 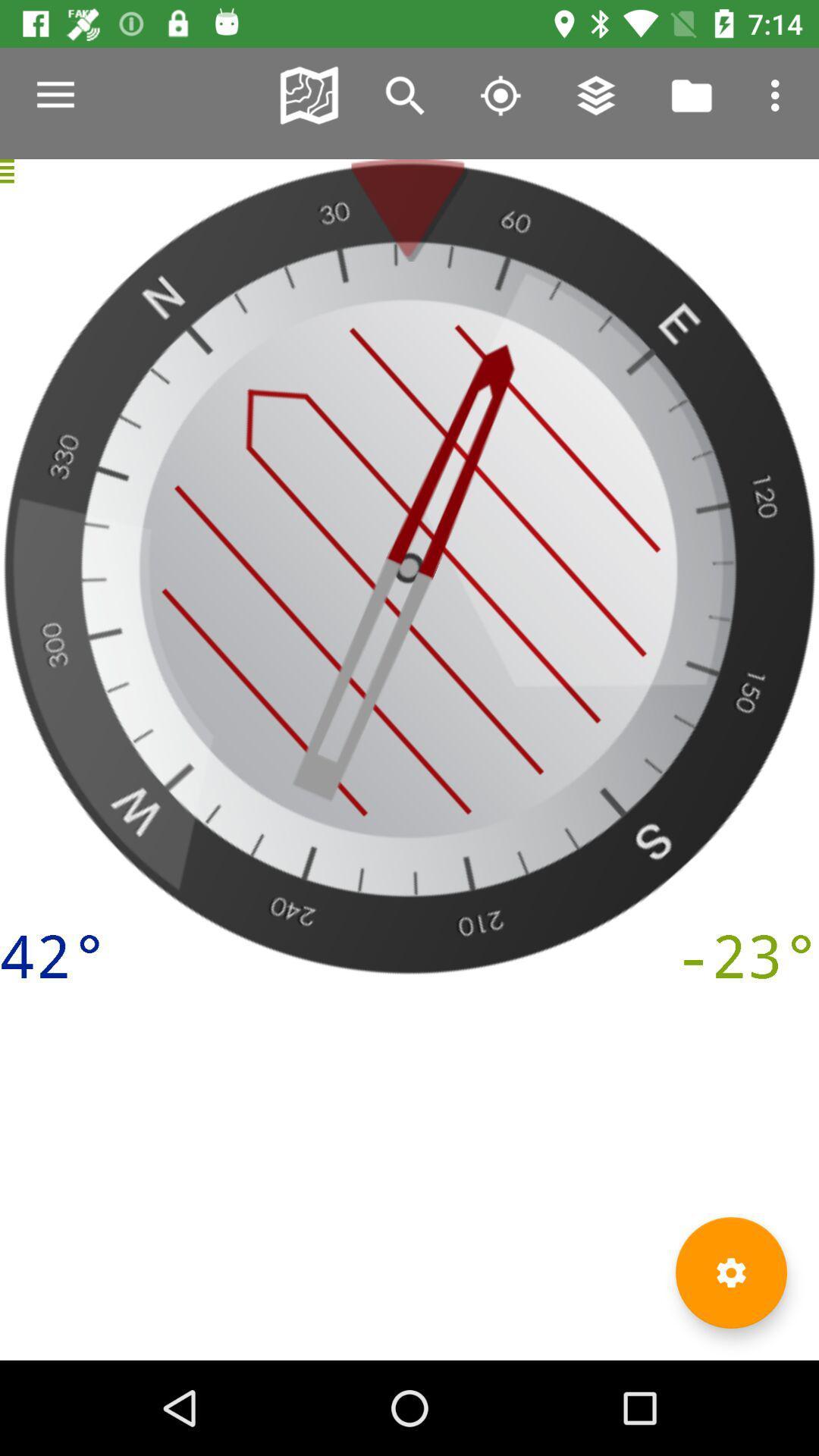 What do you see at coordinates (730, 1272) in the screenshot?
I see `settings option` at bounding box center [730, 1272].